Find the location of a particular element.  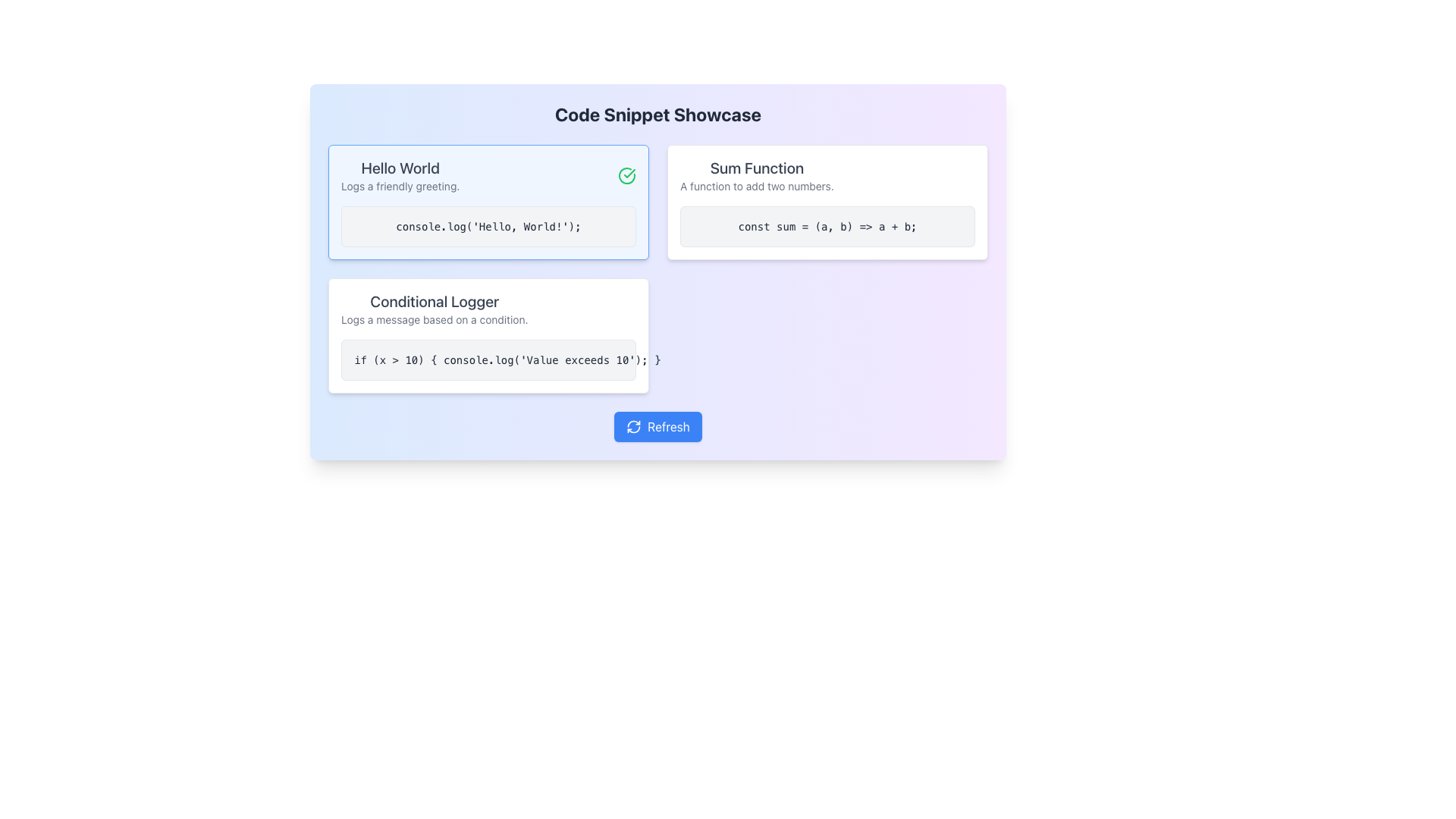

code representation displayed in the Informational Card titled 'Sum Function', which contains the code snippet 'const sum = (a, b) => a + b;' is located at coordinates (827, 201).